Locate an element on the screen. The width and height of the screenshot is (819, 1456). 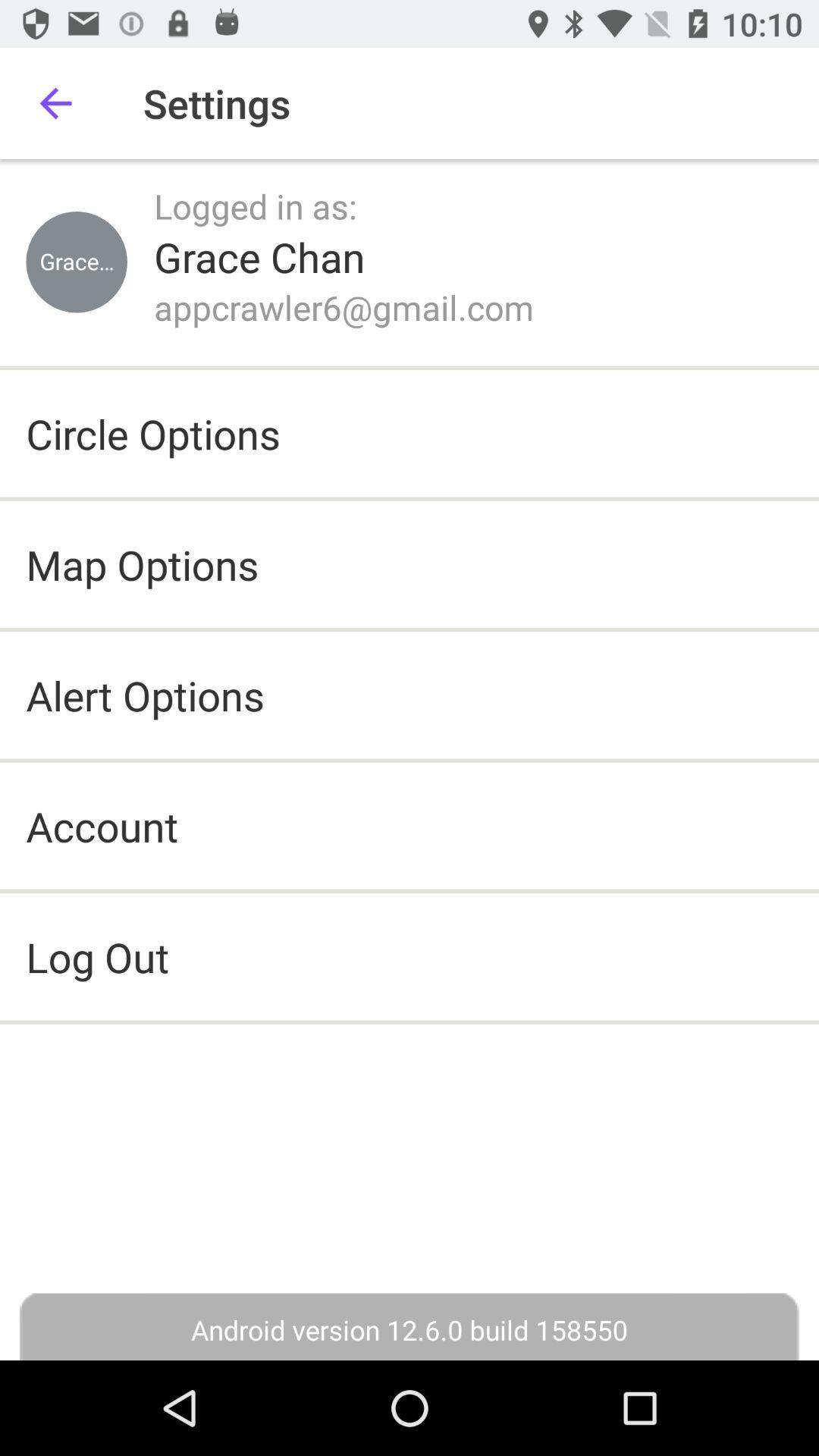
the account item is located at coordinates (102, 825).